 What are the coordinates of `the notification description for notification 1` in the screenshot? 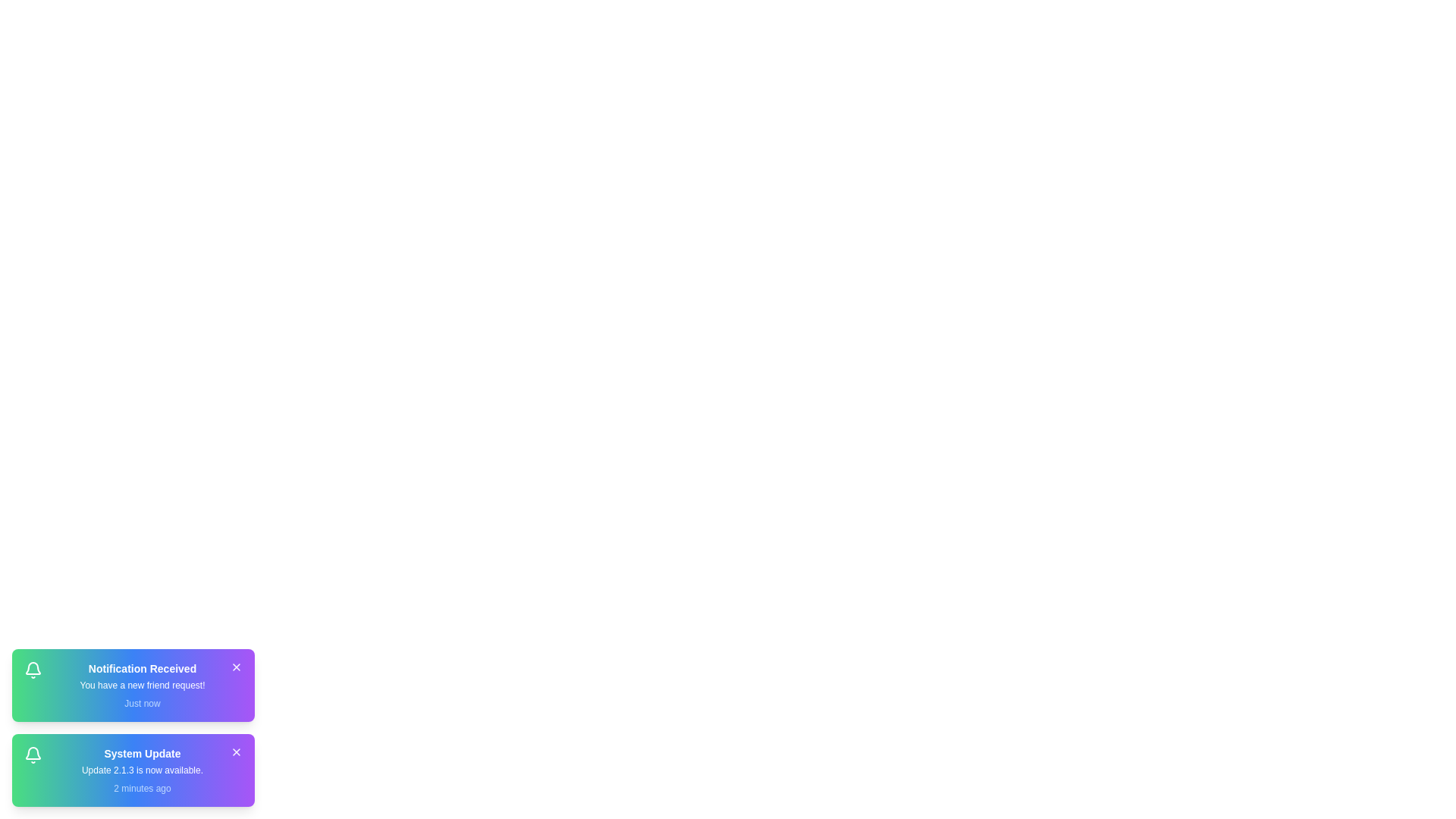 It's located at (142, 685).